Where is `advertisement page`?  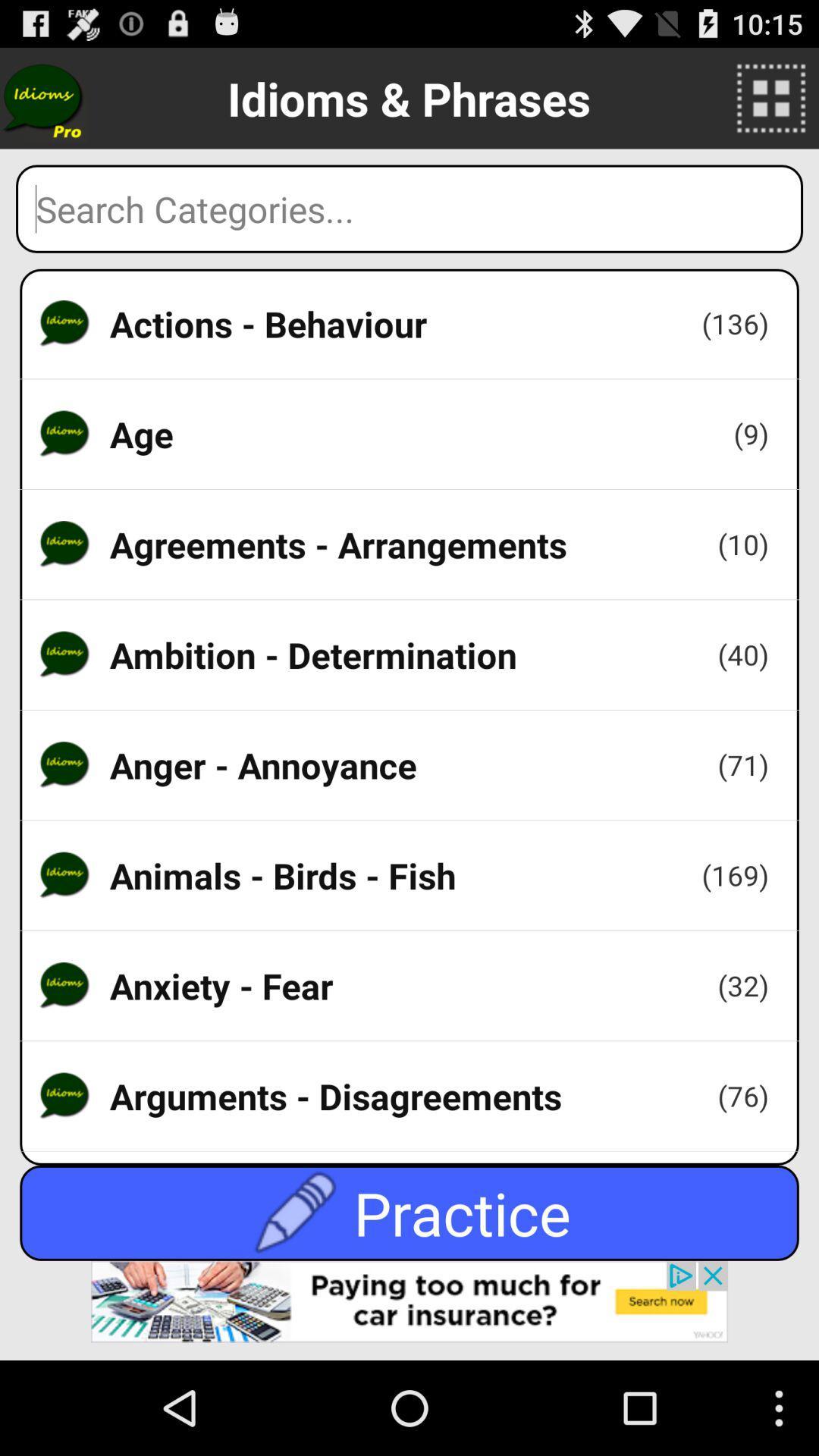 advertisement page is located at coordinates (409, 1310).